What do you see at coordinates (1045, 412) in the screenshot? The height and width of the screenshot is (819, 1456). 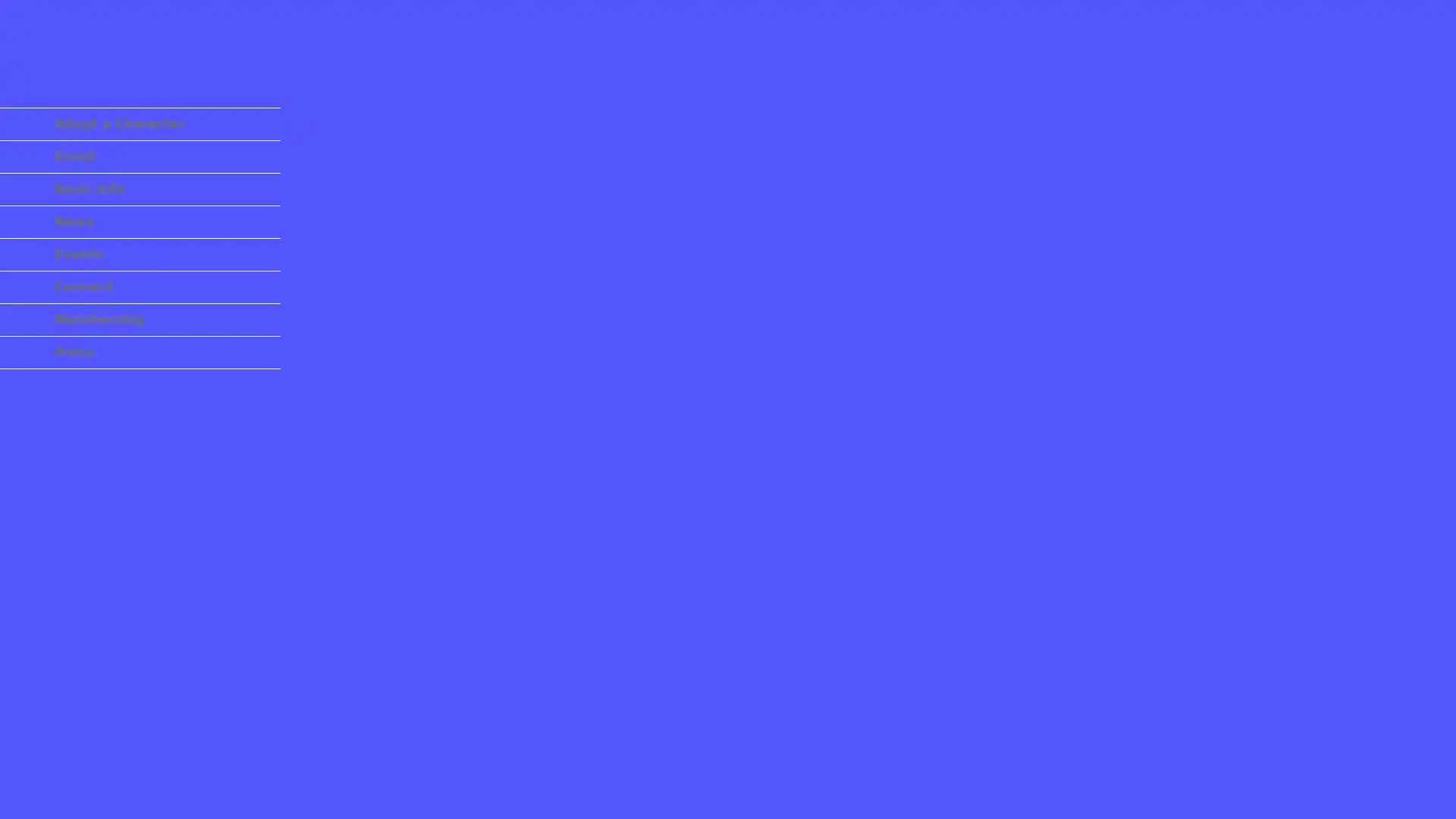 I see `U+0C24` at bounding box center [1045, 412].